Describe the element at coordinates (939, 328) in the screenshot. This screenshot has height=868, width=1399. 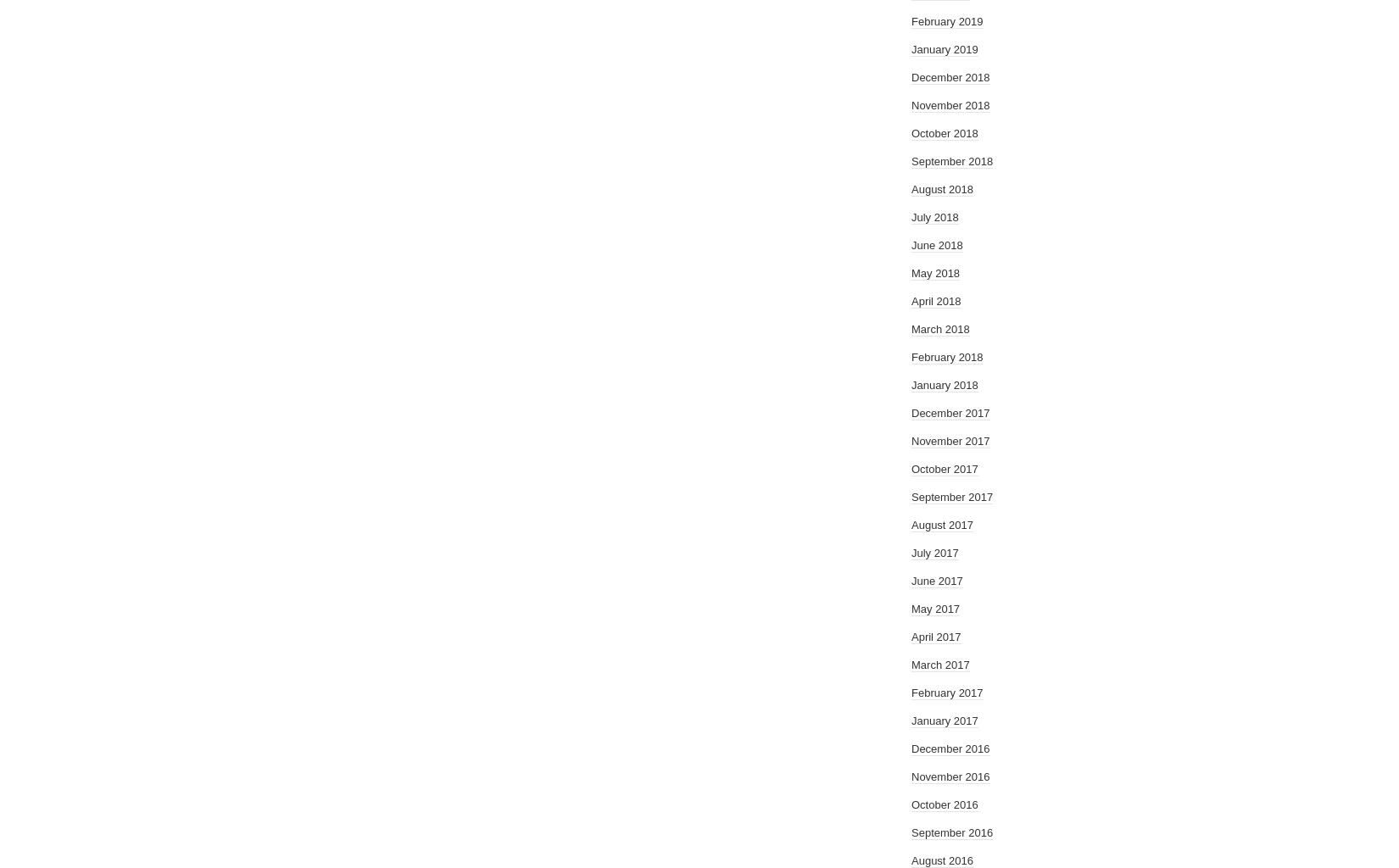
I see `'March 2018'` at that location.